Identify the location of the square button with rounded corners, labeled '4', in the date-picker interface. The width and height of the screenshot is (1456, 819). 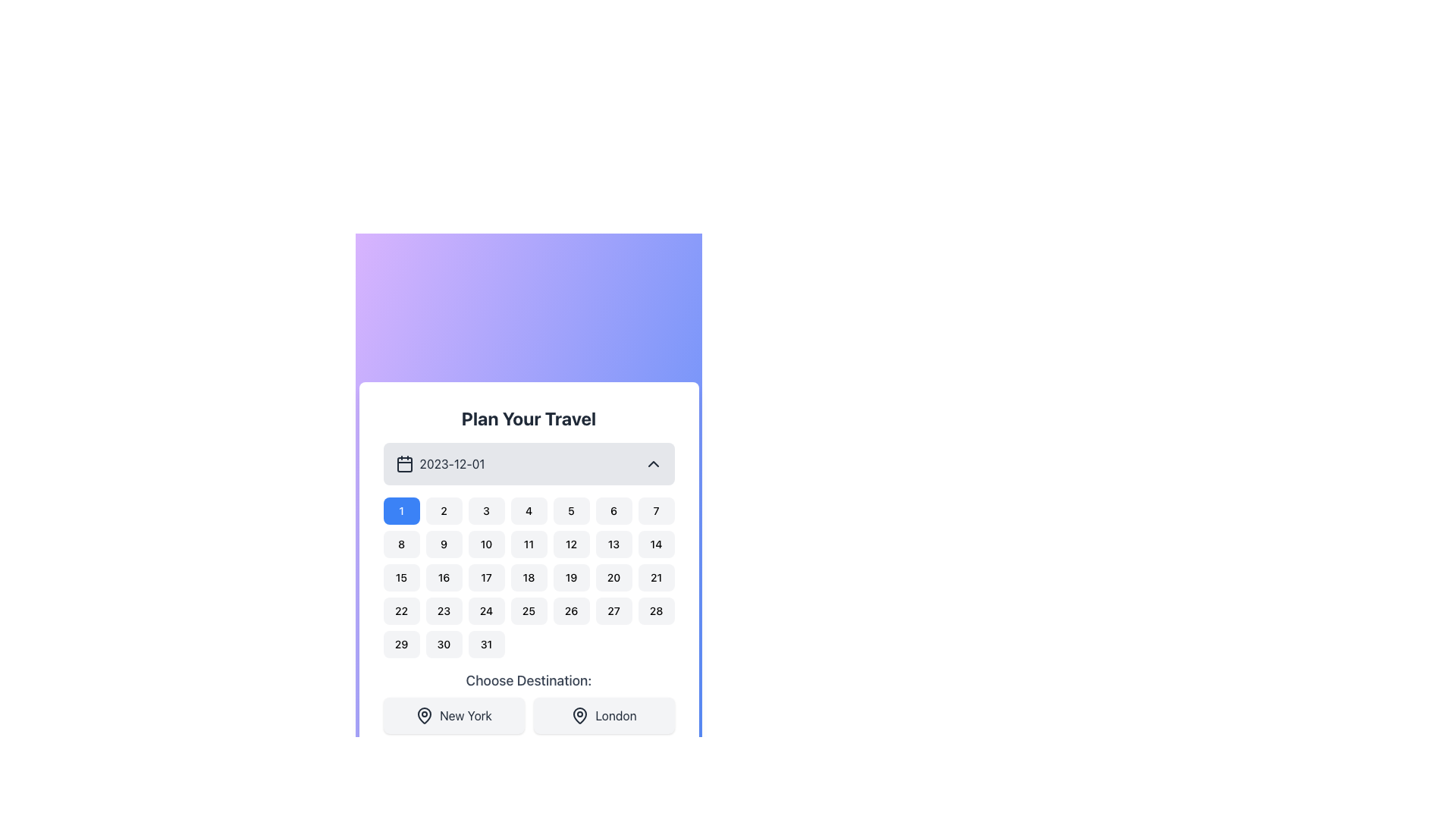
(529, 511).